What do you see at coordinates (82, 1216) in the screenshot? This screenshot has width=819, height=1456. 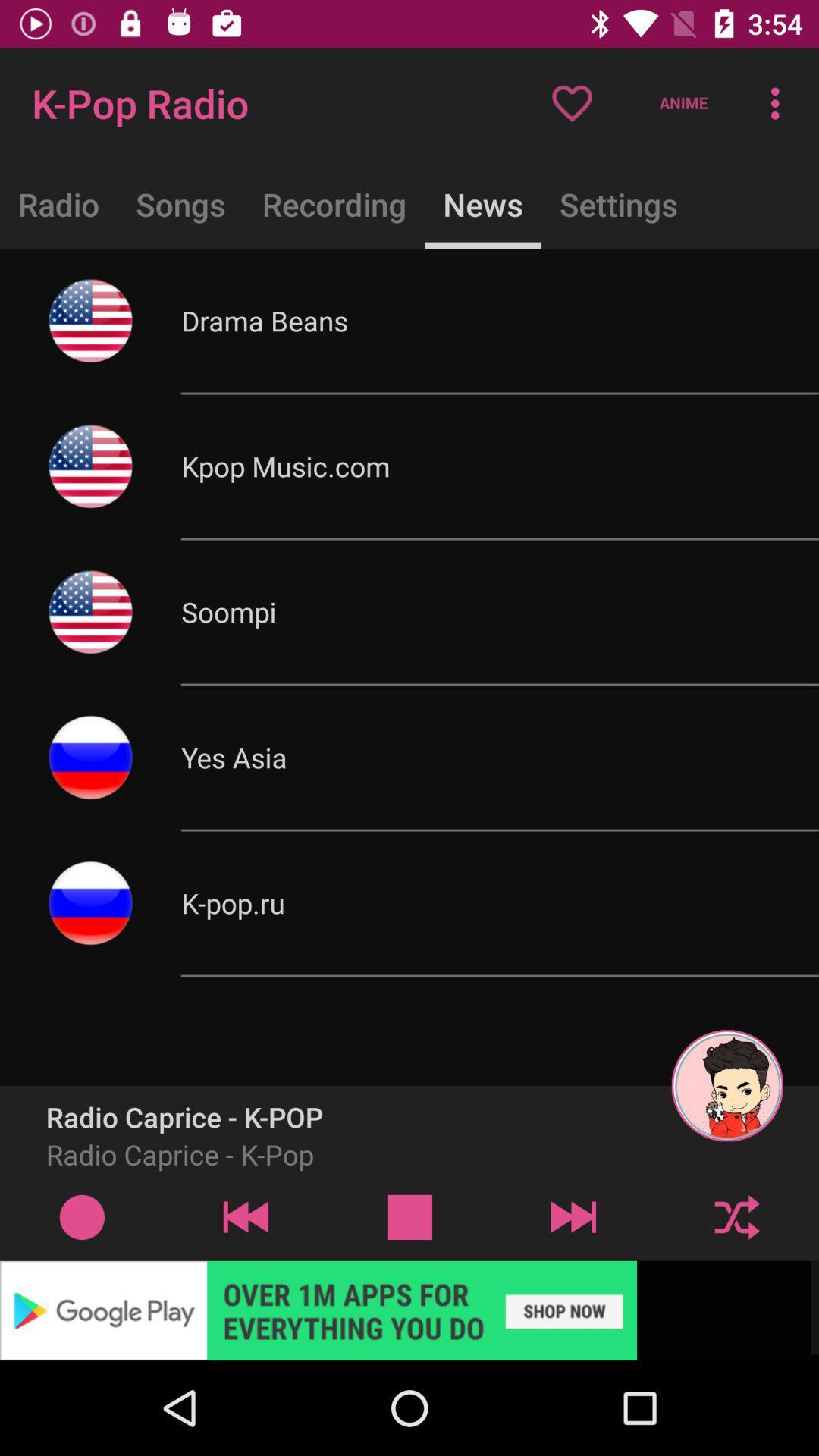 I see `record option` at bounding box center [82, 1216].